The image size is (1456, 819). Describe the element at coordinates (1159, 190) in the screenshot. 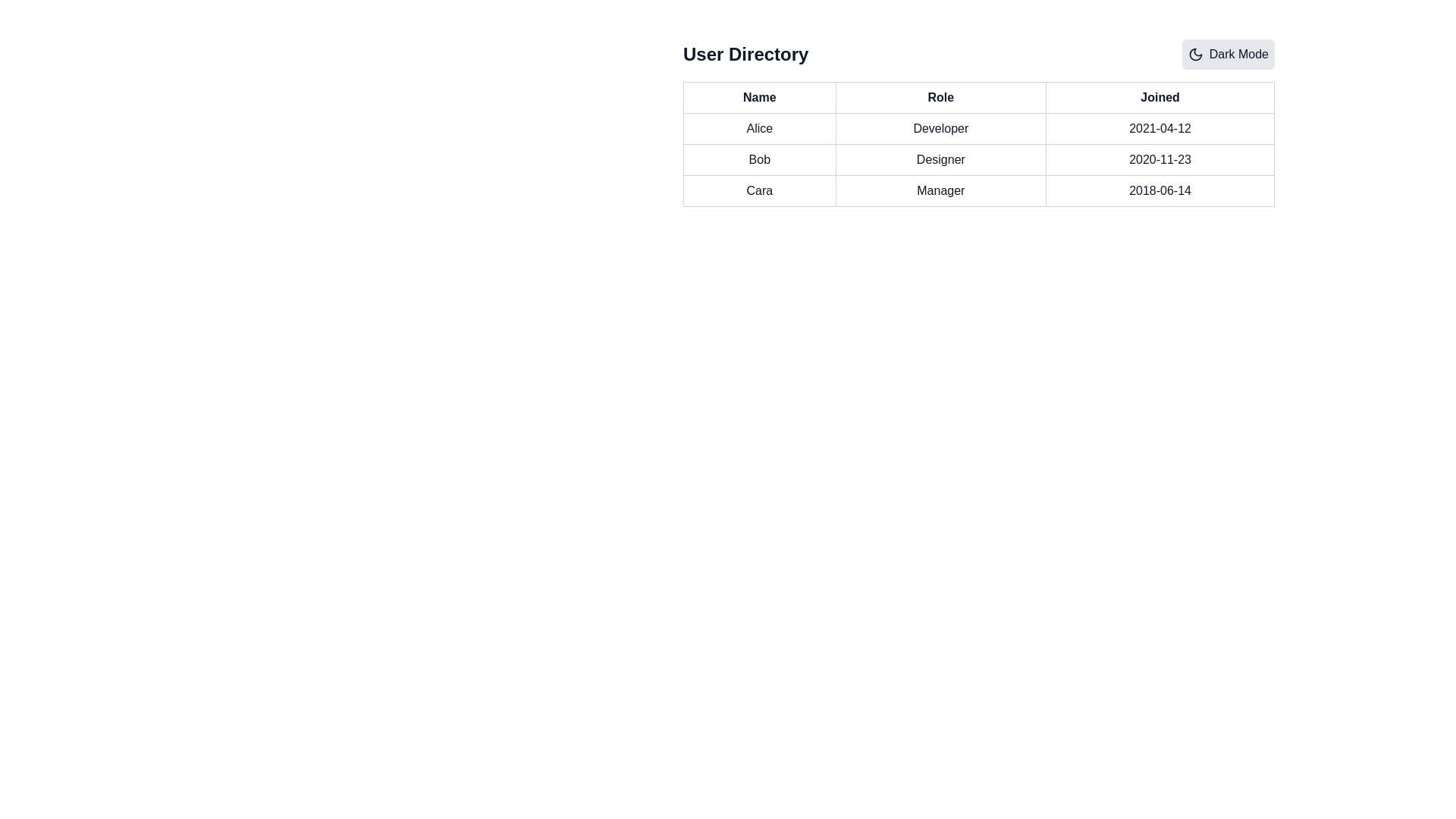

I see `the Text Display indicating the joining date (2018-06-14) for the 'Cara' user, located in the third row under the 'Joined' column of the User Directory interface` at that location.